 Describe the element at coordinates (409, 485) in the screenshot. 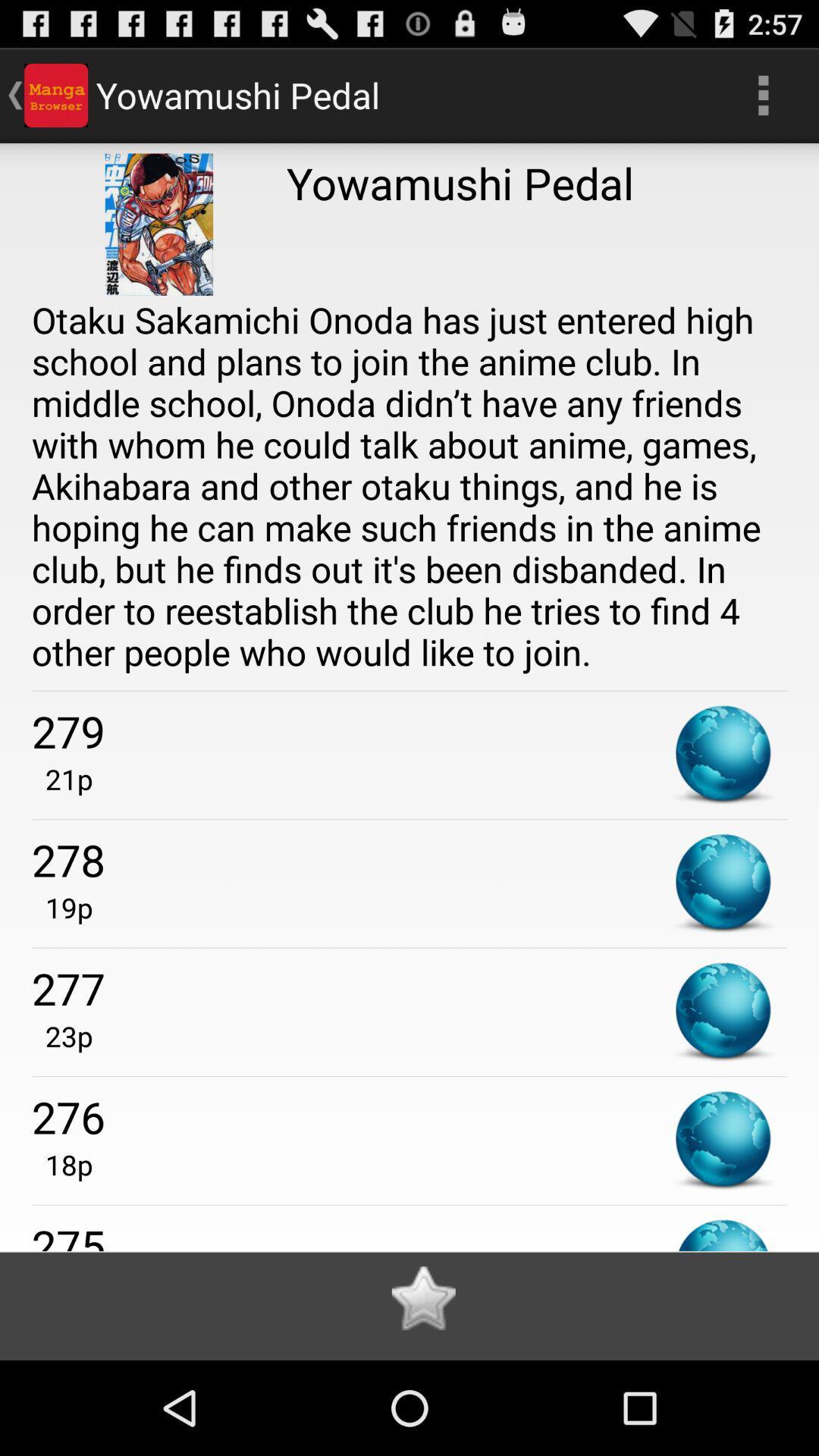

I see `the app above the 279 icon` at that location.